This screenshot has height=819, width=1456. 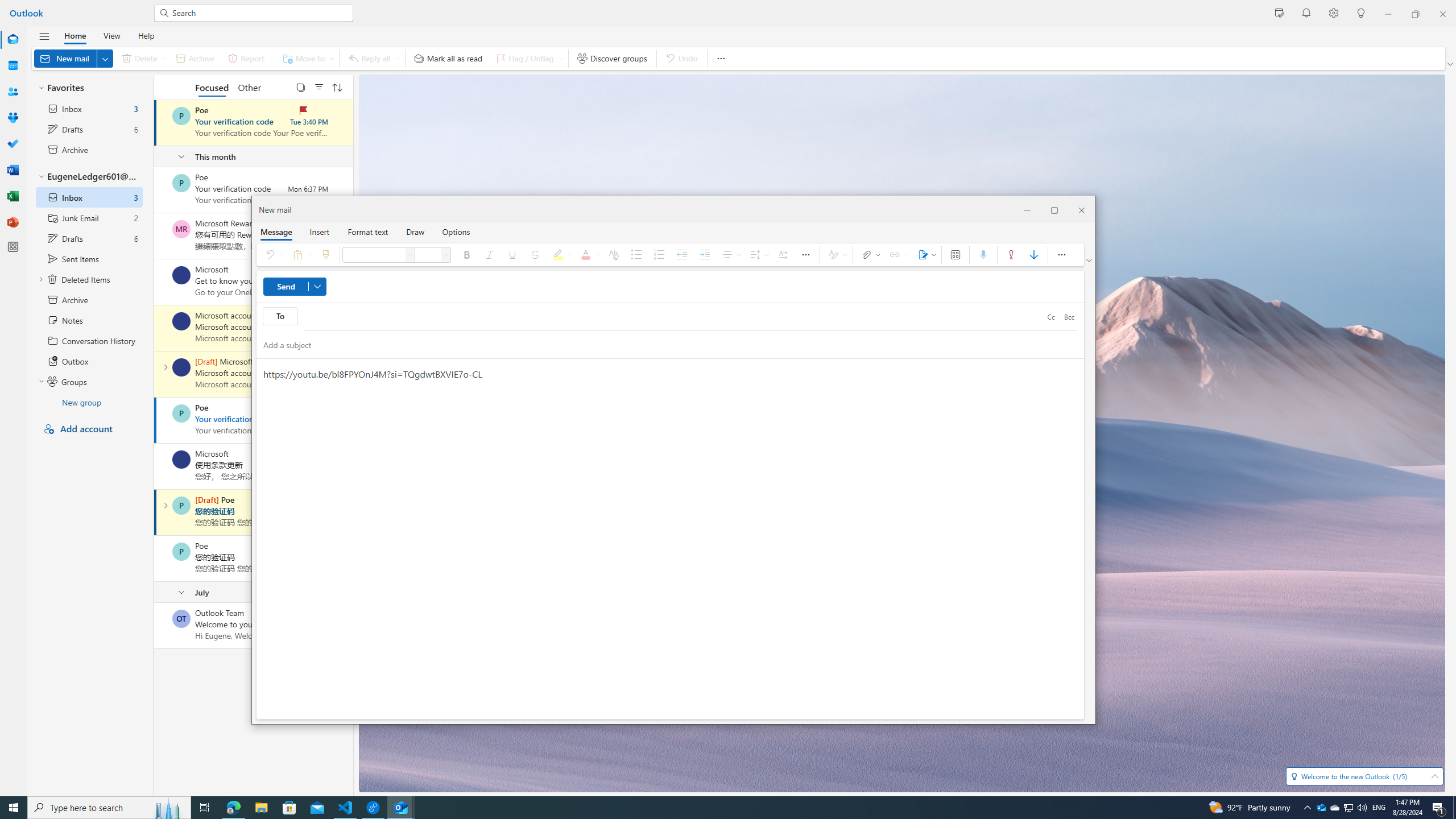 What do you see at coordinates (534, 254) in the screenshot?
I see `'Strikethrough'` at bounding box center [534, 254].